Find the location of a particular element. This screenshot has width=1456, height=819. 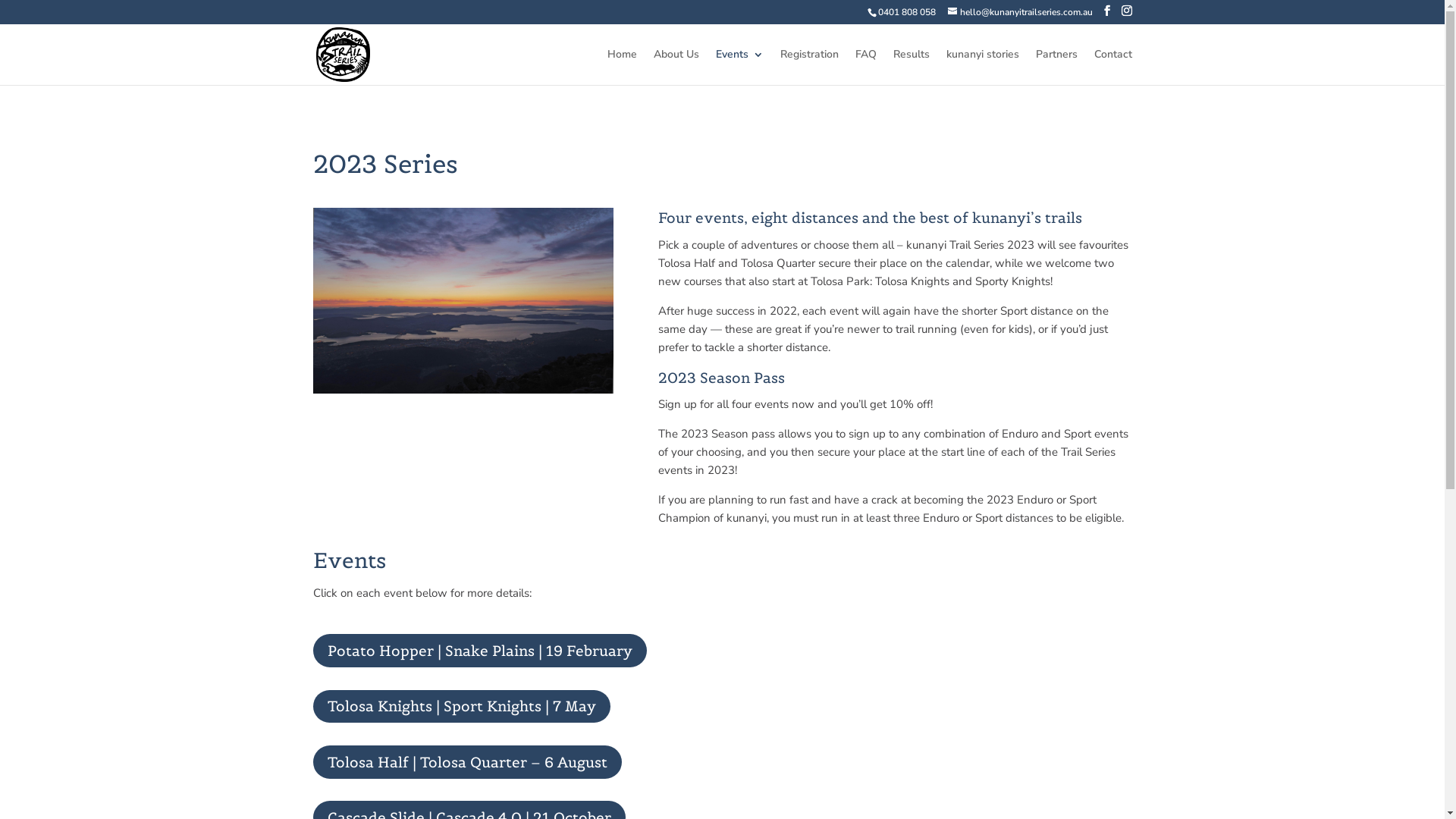

'FAQ' is located at coordinates (866, 66).